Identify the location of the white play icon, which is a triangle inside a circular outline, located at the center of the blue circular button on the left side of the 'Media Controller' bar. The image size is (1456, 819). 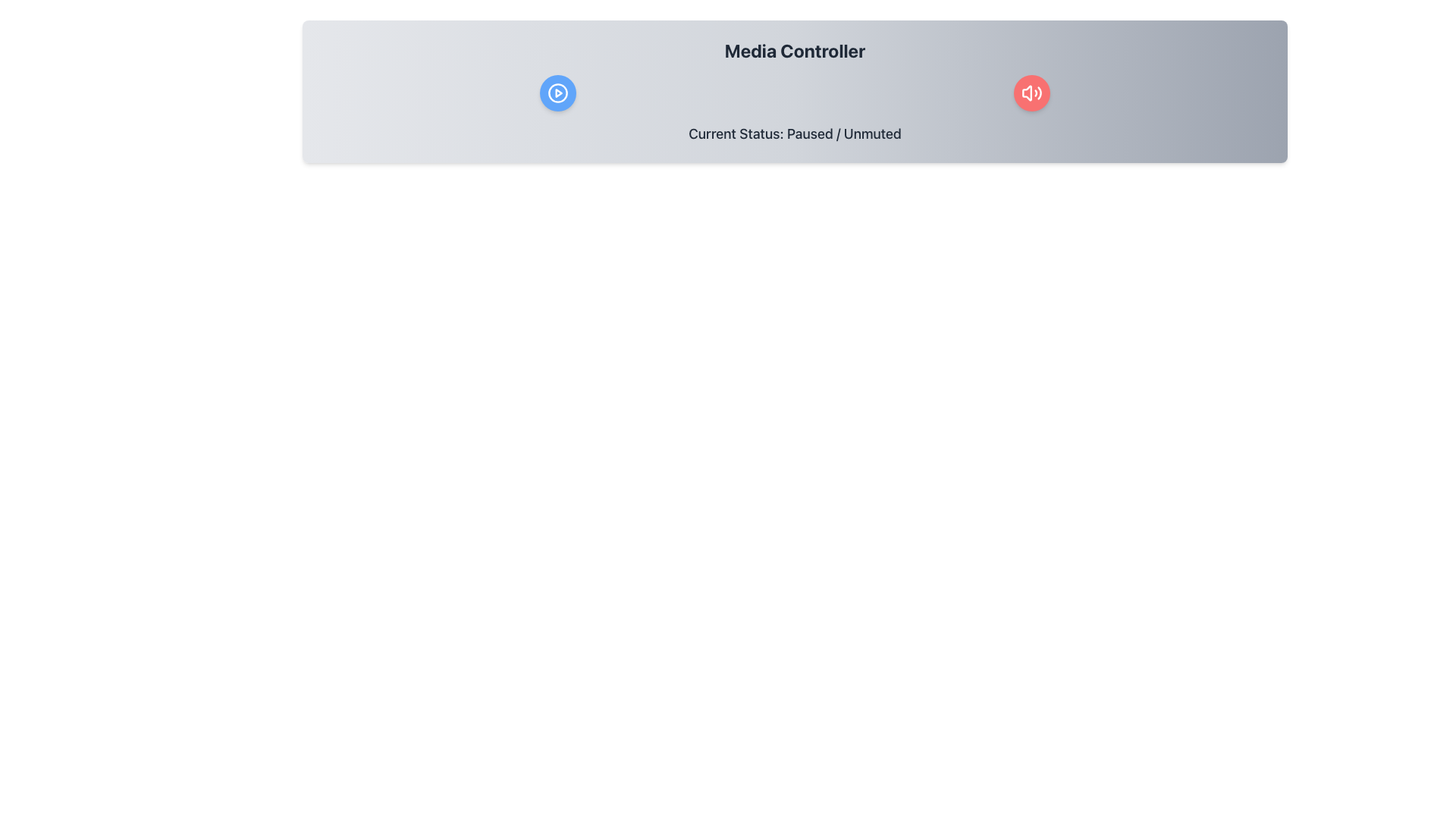
(557, 93).